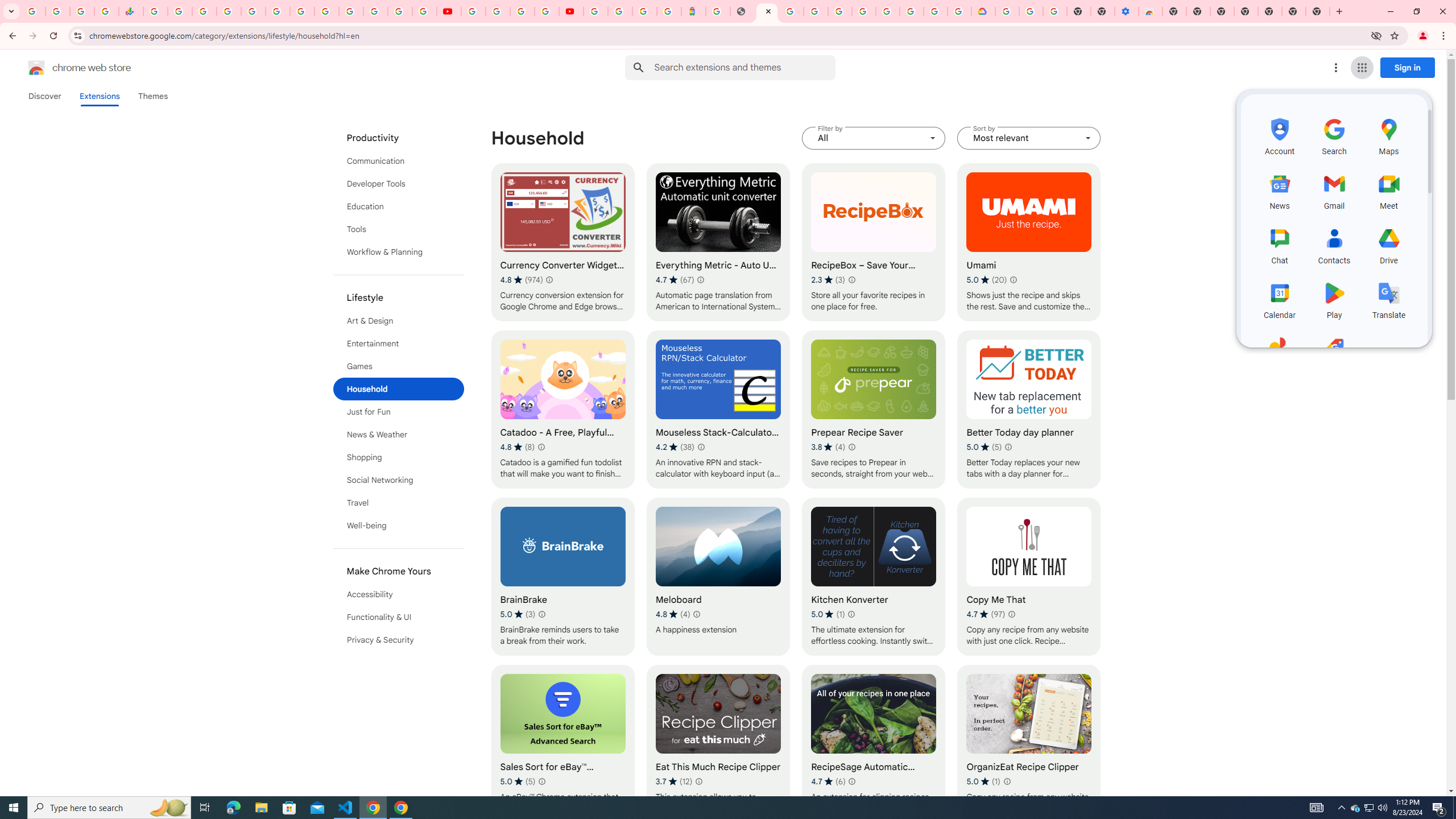 The height and width of the screenshot is (819, 1456). Describe the element at coordinates (1054, 11) in the screenshot. I see `'Turn cookies on or off - Computer - Google Account Help'` at that location.